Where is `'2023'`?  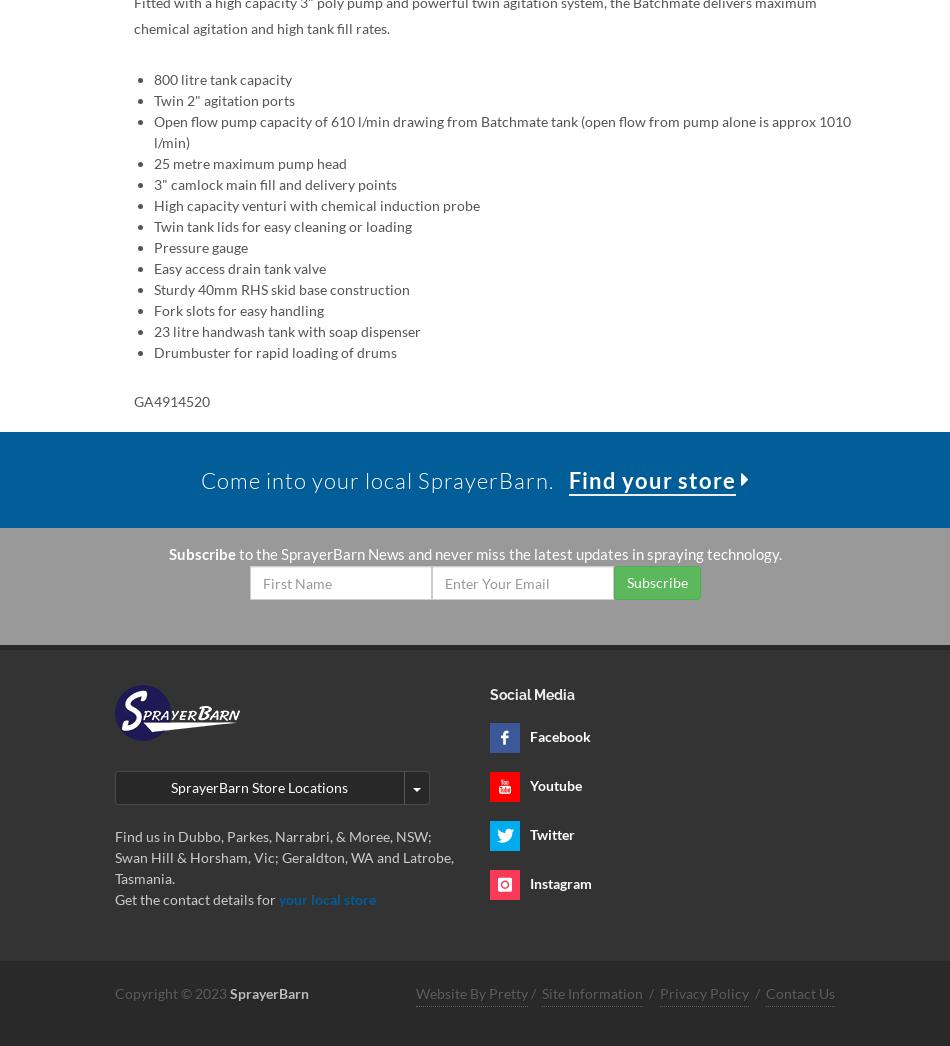
'2023' is located at coordinates (212, 992).